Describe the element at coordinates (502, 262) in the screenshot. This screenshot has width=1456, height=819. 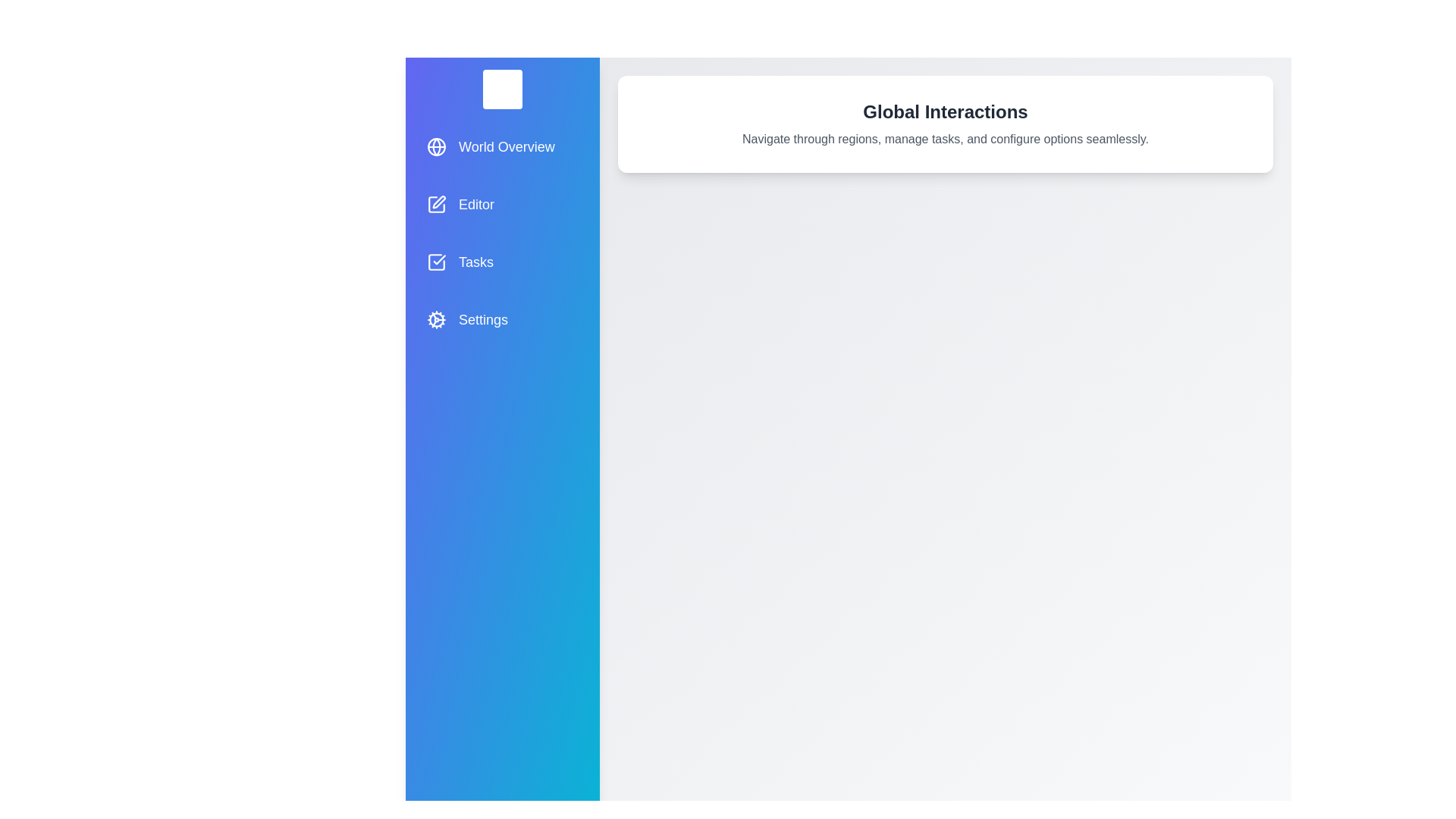
I see `the 'Tasks' menu item in the drawer` at that location.